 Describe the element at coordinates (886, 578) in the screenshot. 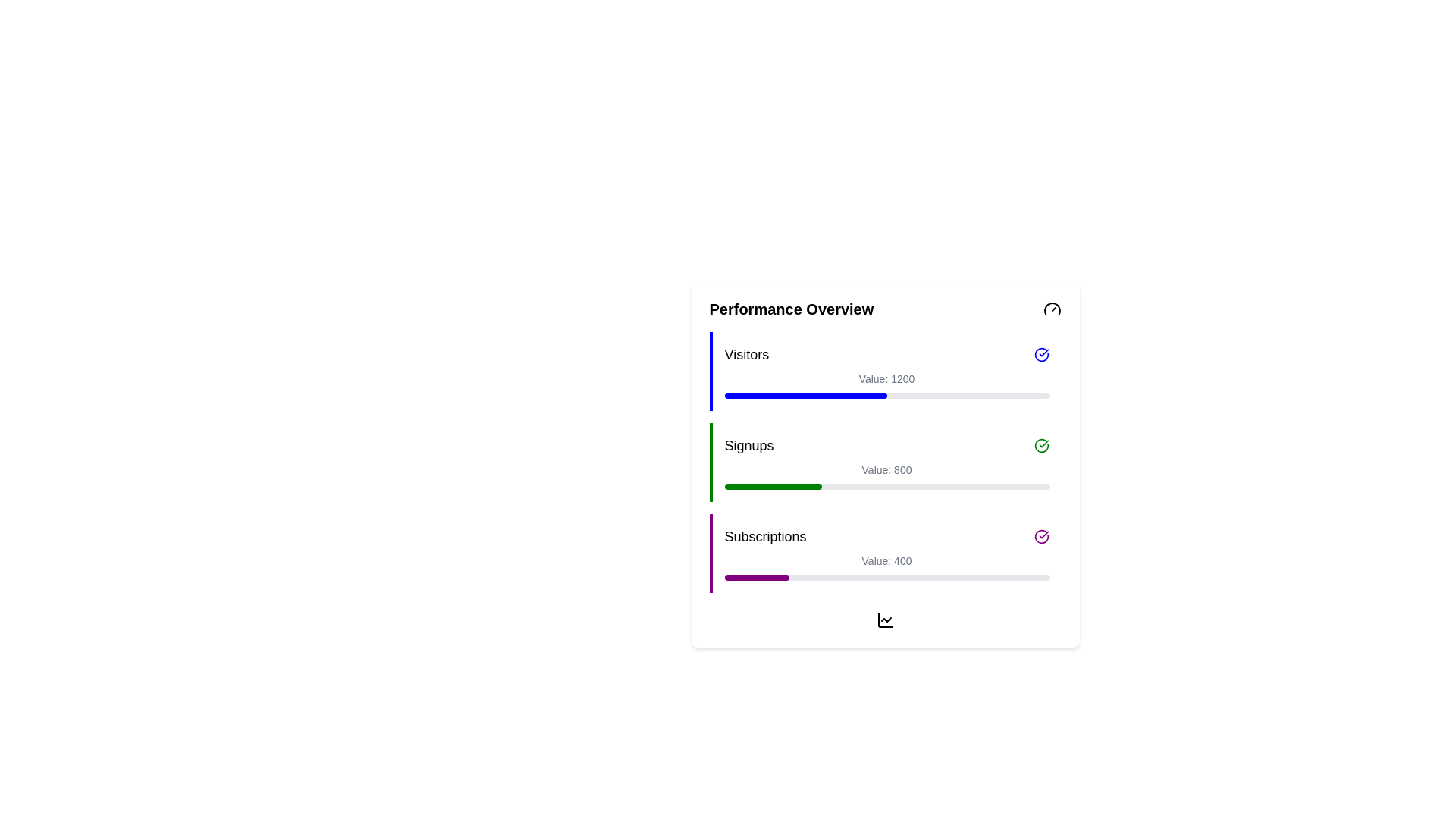

I see `the progress bar with a gray background and a purple foreground, positioned under the 'Value: 400' text in the 'Subscriptions' section of the performance overview card` at that location.